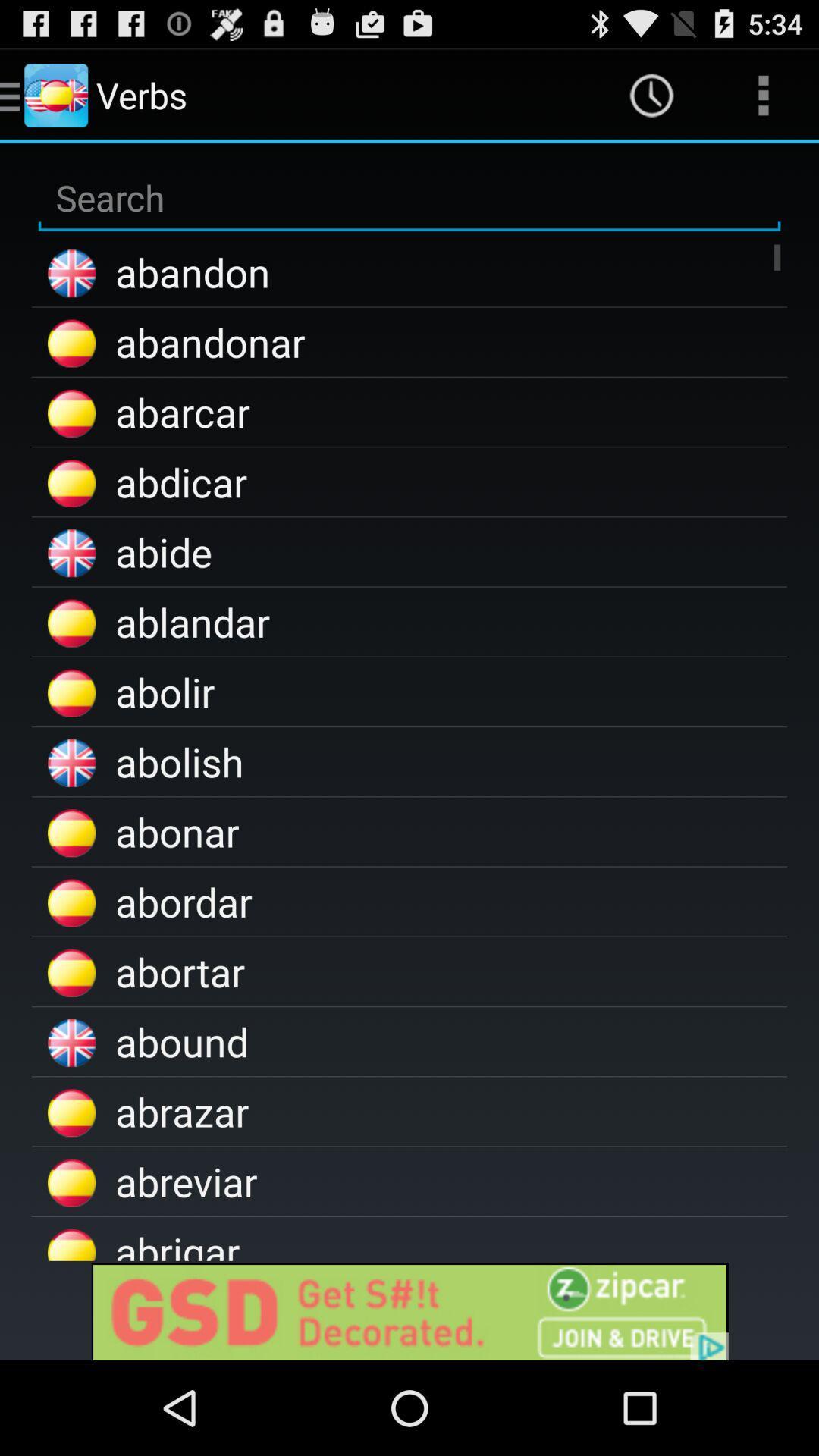 The height and width of the screenshot is (1456, 819). I want to click on the advertised site, so click(409, 1310).